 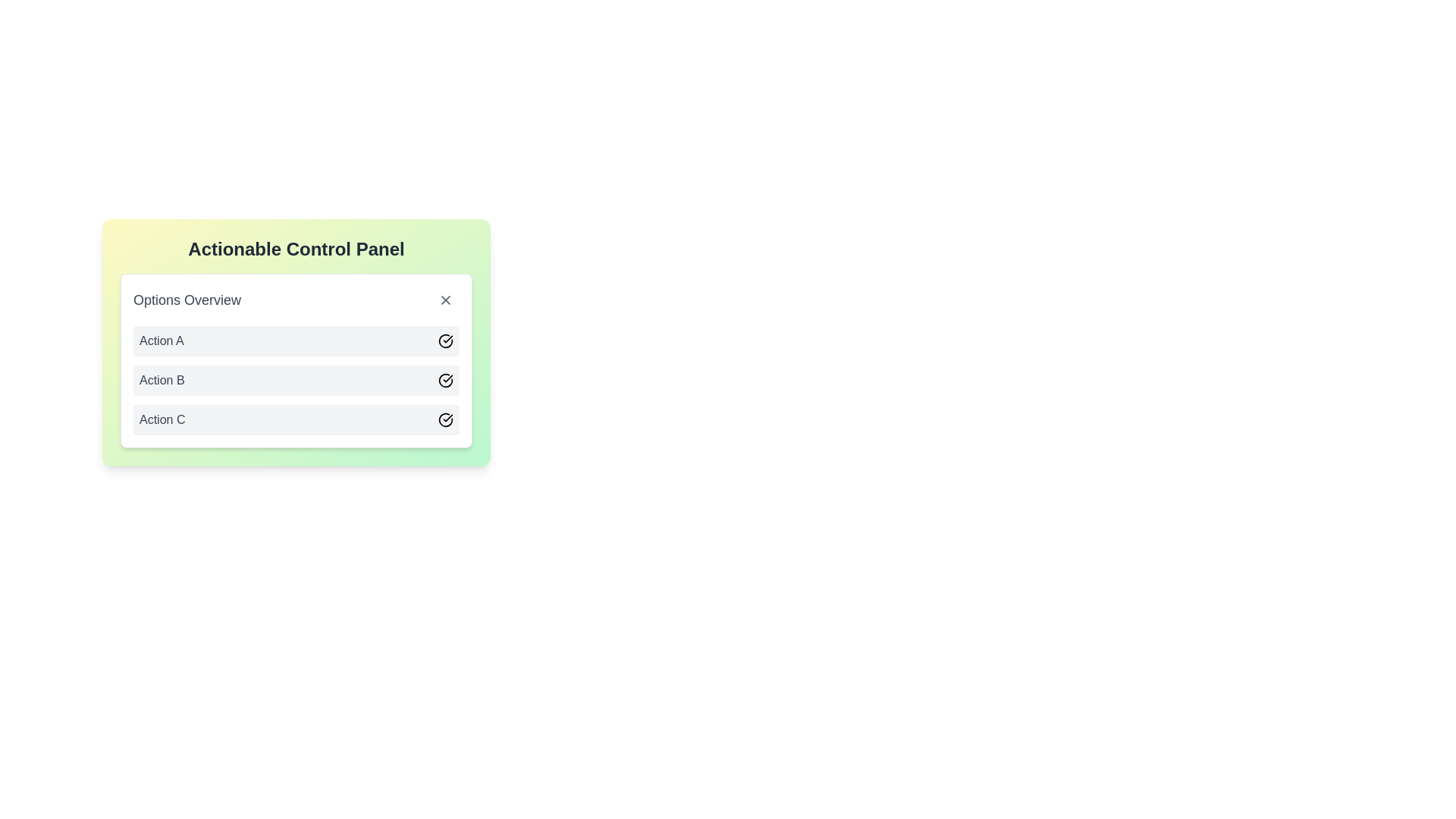 I want to click on the graphical status indicator representing the state of 'Action A', located at the right end of the first row in the 'Actionable Control Panel', so click(x=445, y=341).